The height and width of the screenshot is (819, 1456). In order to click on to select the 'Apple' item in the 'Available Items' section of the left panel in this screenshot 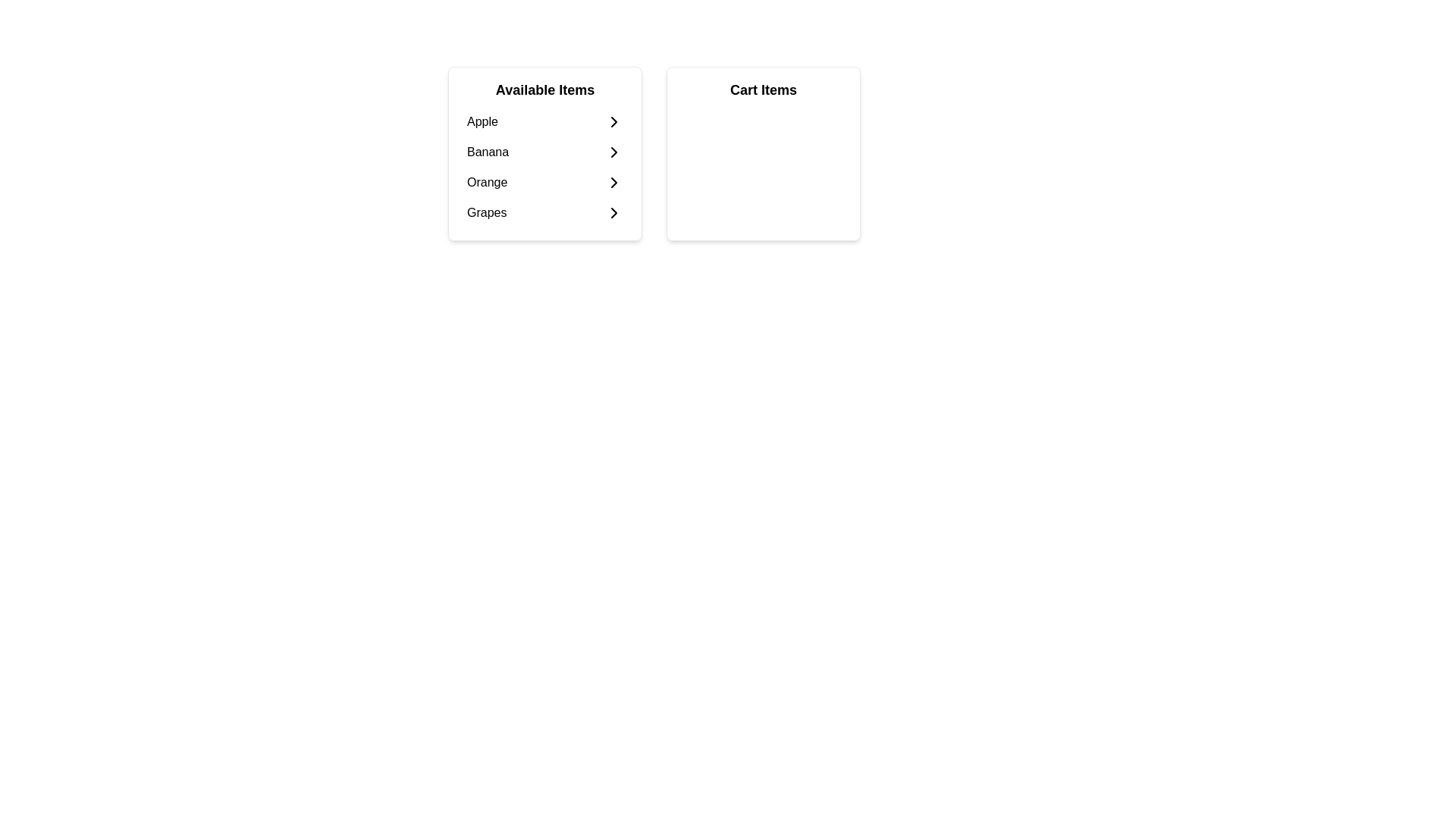, I will do `click(545, 121)`.